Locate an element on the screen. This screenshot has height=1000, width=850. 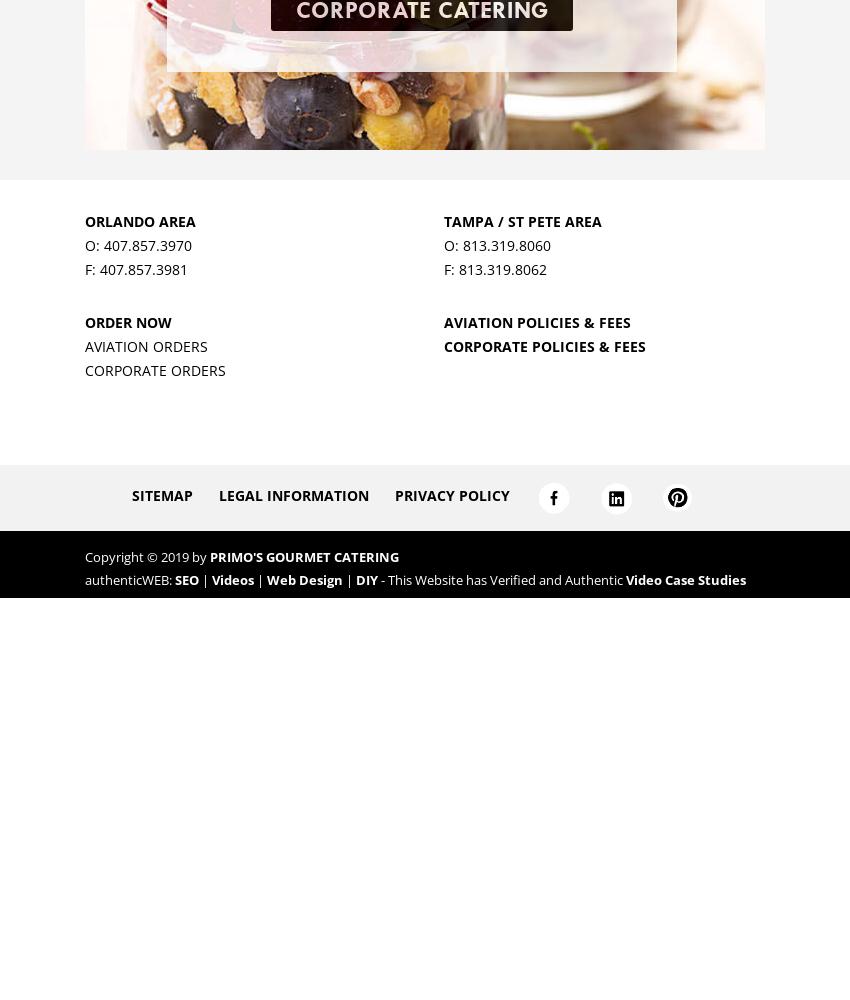
'DIY' is located at coordinates (354, 579).